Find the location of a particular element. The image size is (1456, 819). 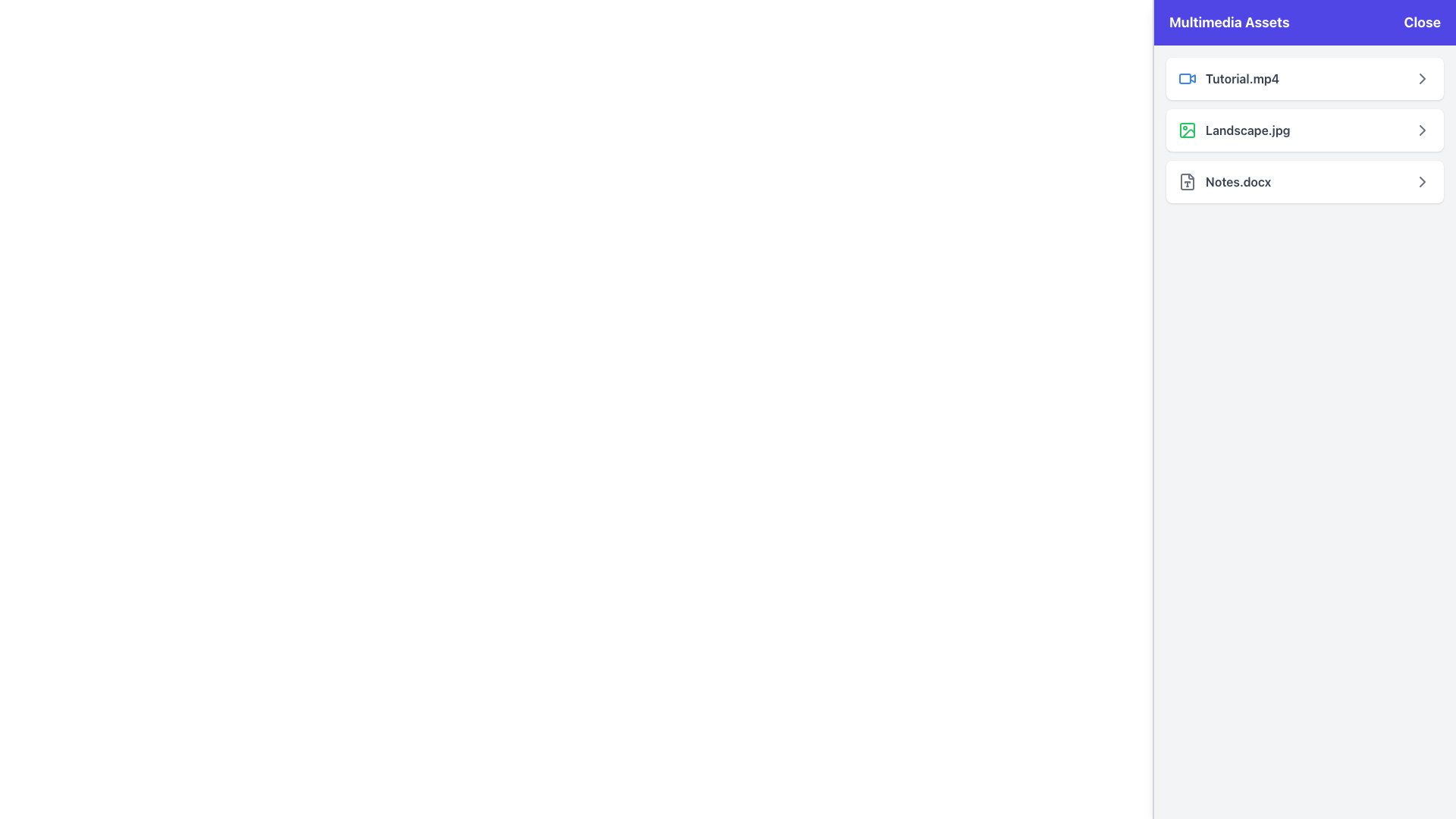

the rightward-facing chevron icon, which is the central part of the SVG component located to the right of text items like 'Tutorial.mp4' or 'Notes.docx' is located at coordinates (1422, 130).